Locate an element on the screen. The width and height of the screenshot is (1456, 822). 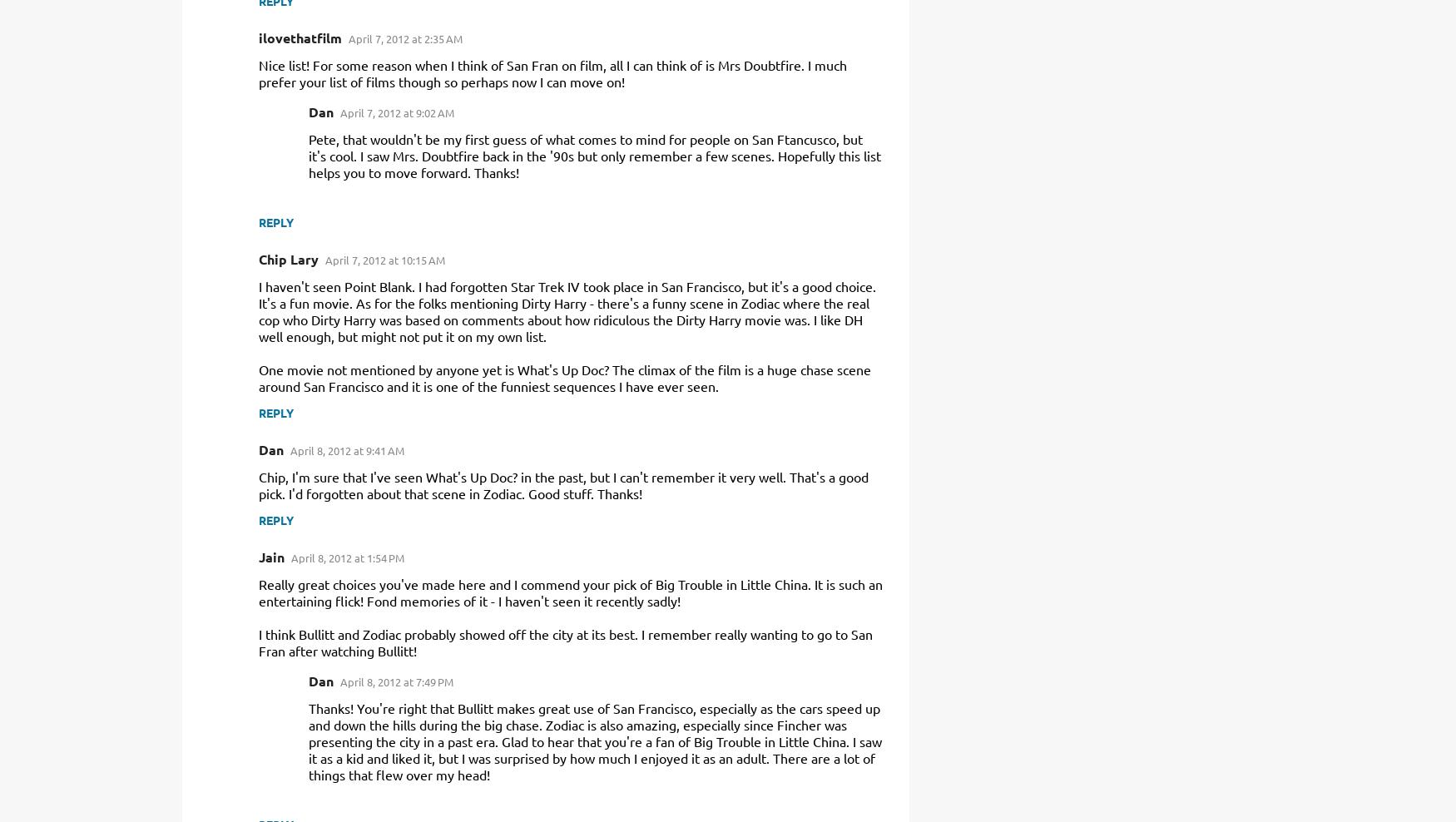
'April 8, 2012 at 1:54 PM' is located at coordinates (347, 557).